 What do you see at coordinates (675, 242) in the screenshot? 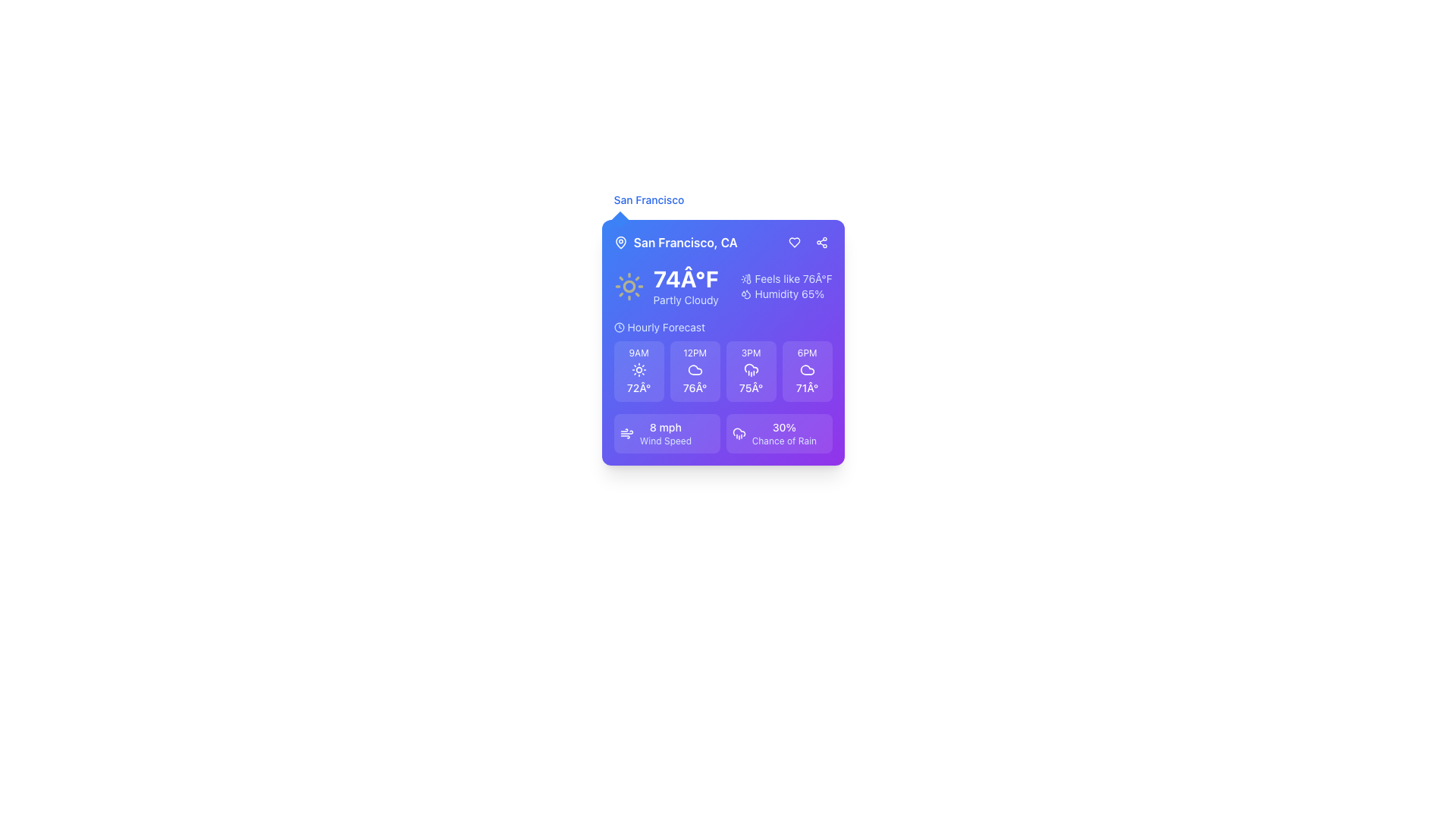
I see `the geographical location text element located below the 'San Francisco' header in the weather information card` at bounding box center [675, 242].